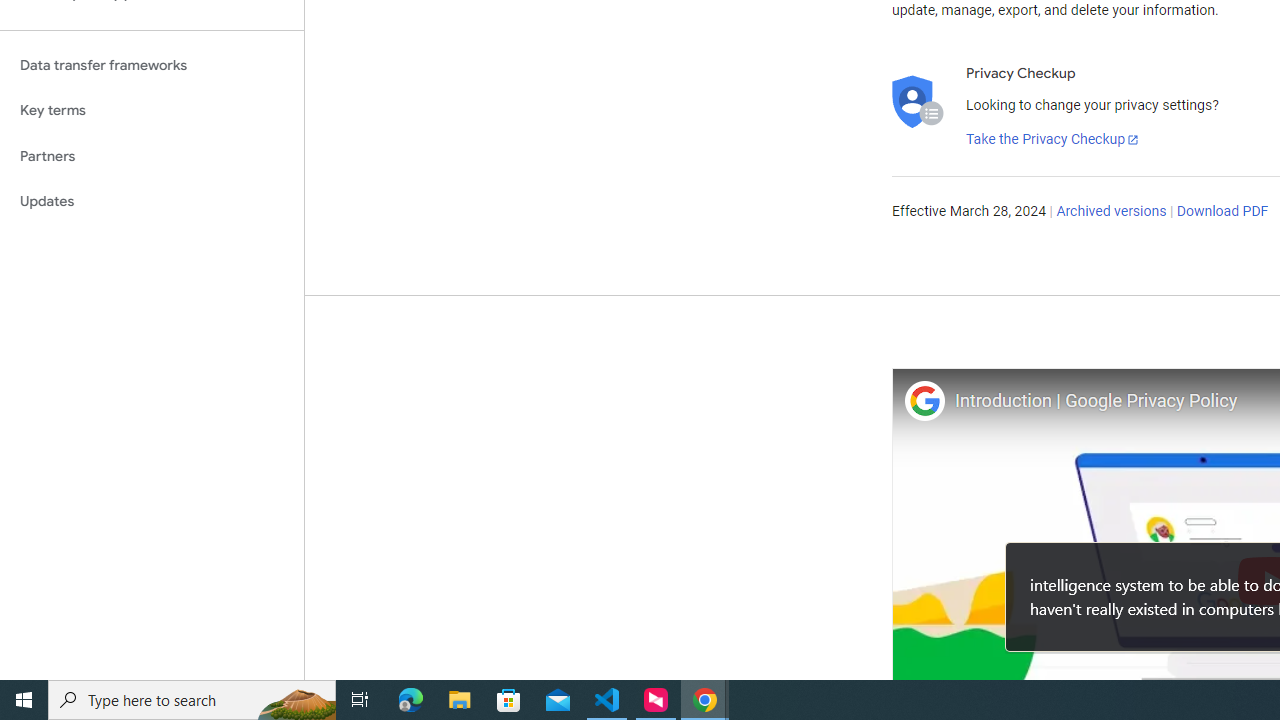 Image resolution: width=1280 pixels, height=720 pixels. I want to click on 'Data transfer frameworks', so click(151, 64).